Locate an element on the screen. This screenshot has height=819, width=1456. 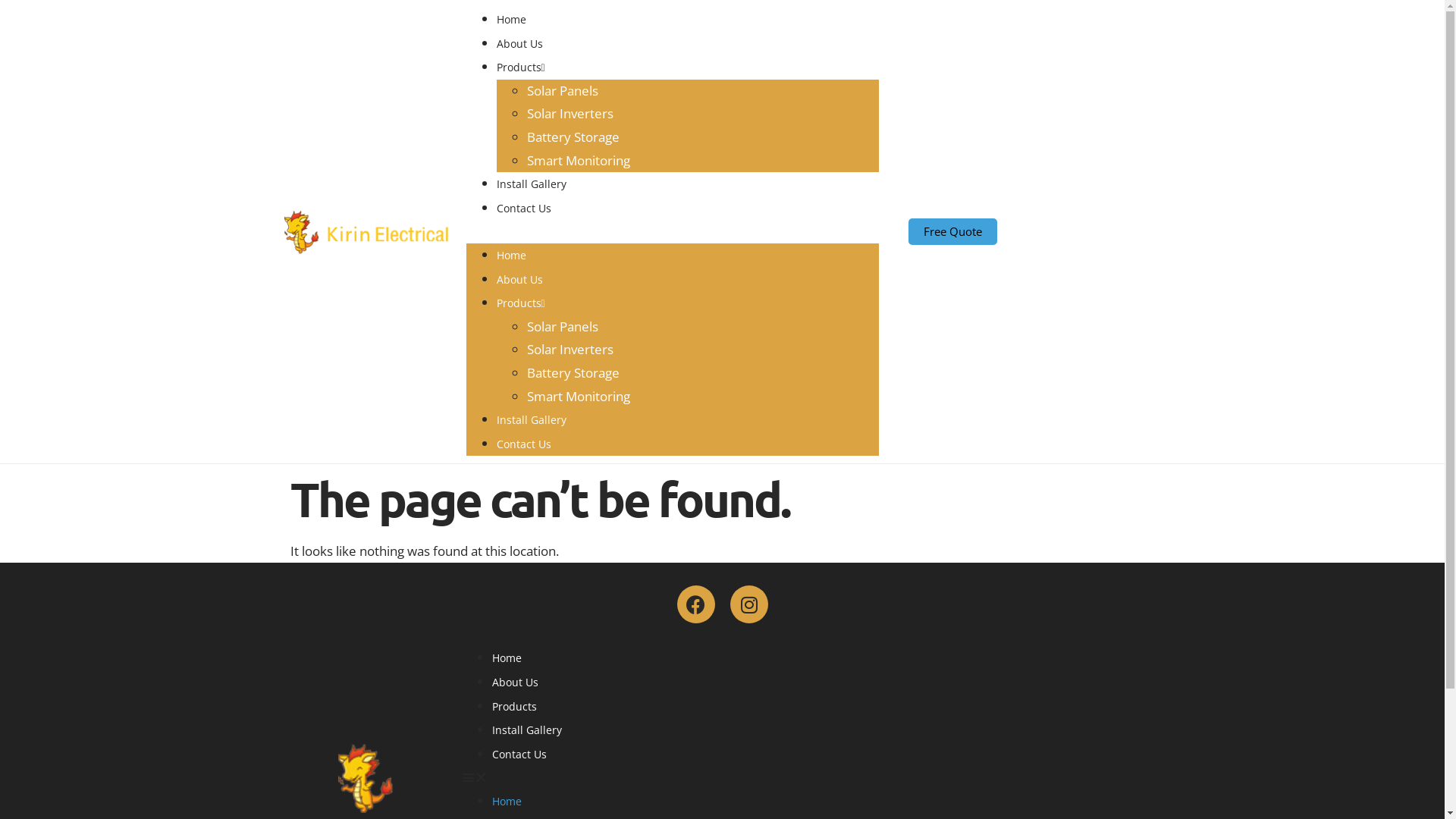
'Contact Us' is located at coordinates (495, 208).